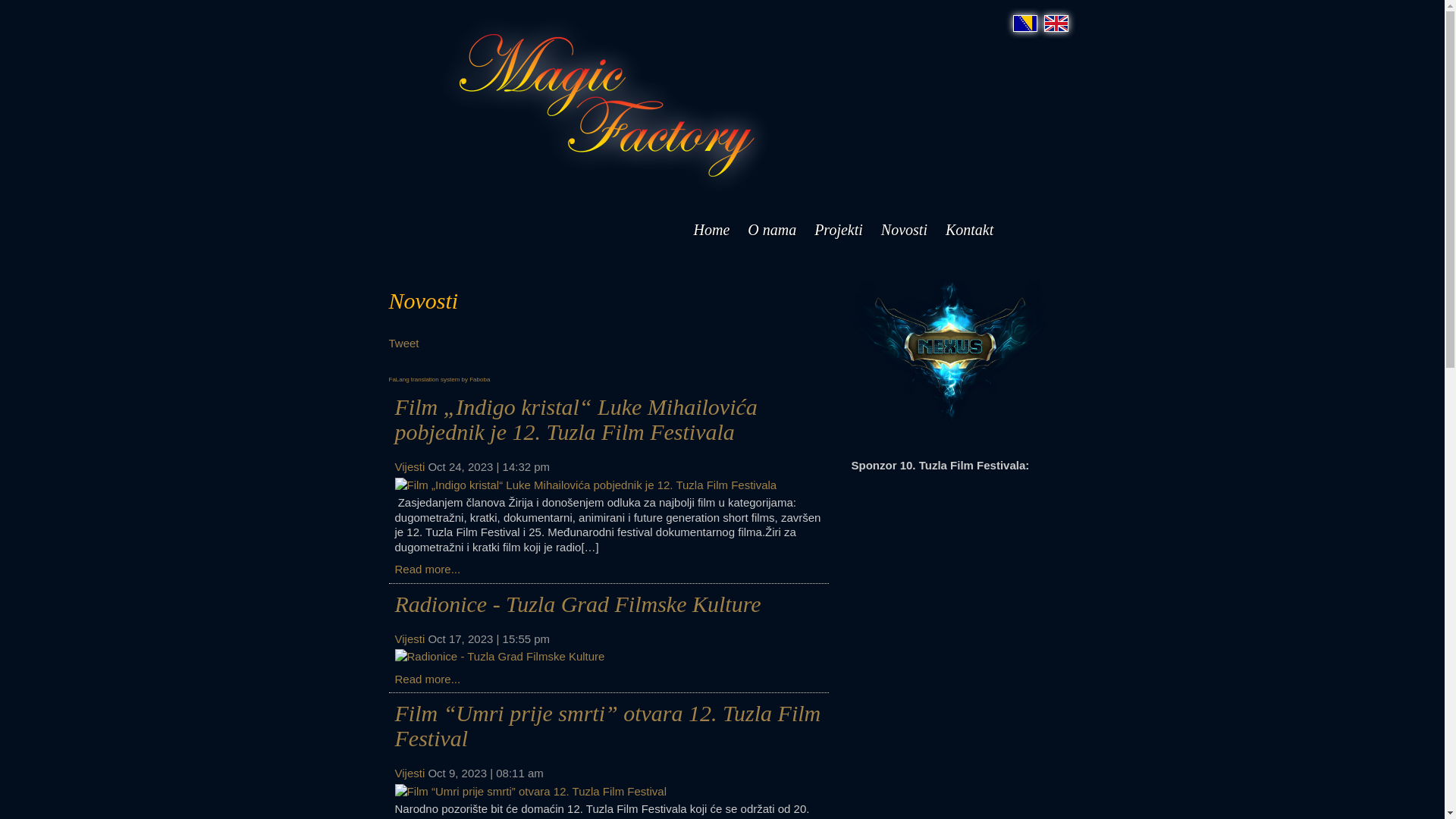 This screenshot has height=819, width=1456. I want to click on 'FaLang translation system by Faboba', so click(438, 378).